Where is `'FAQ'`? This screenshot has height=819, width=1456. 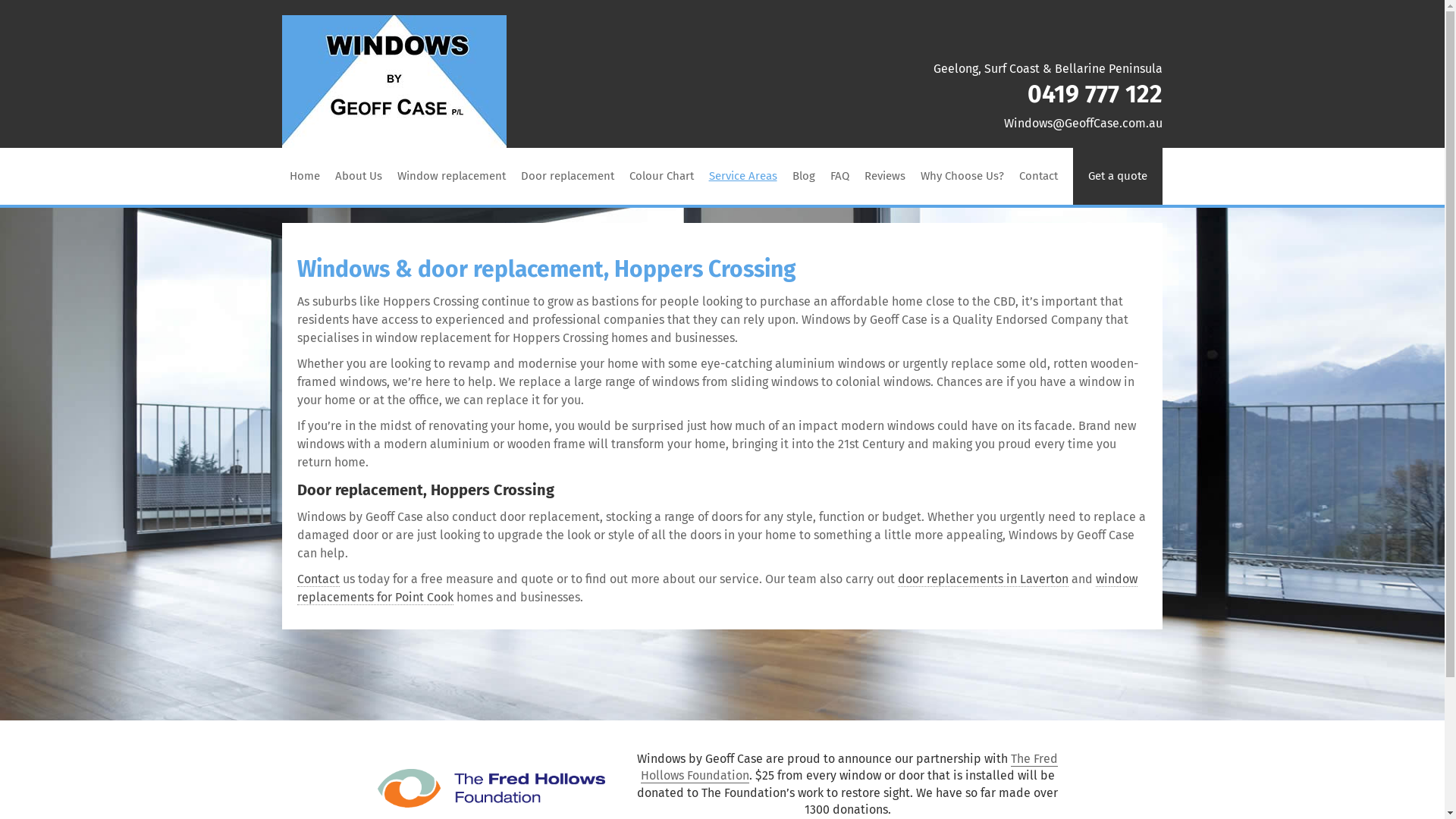
'FAQ' is located at coordinates (839, 175).